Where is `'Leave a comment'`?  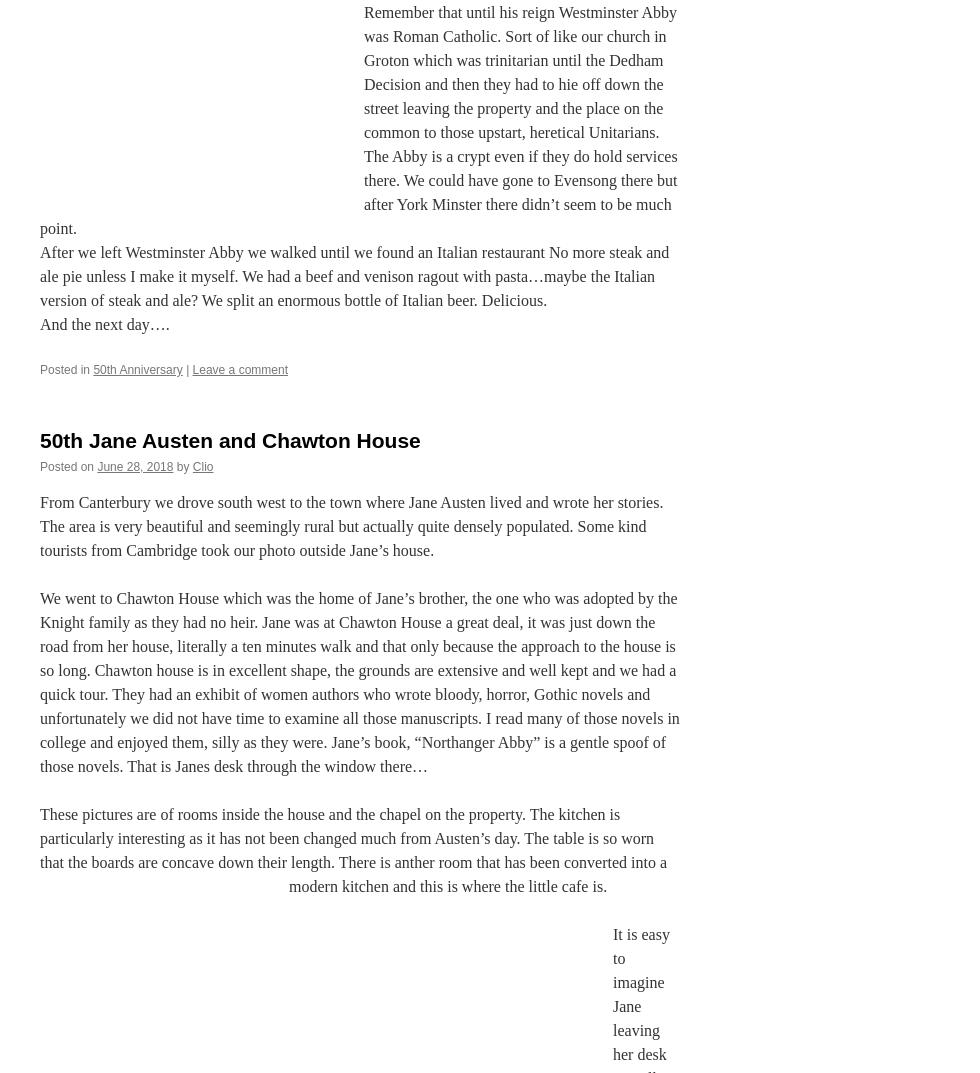
'Leave a comment' is located at coordinates (239, 368).